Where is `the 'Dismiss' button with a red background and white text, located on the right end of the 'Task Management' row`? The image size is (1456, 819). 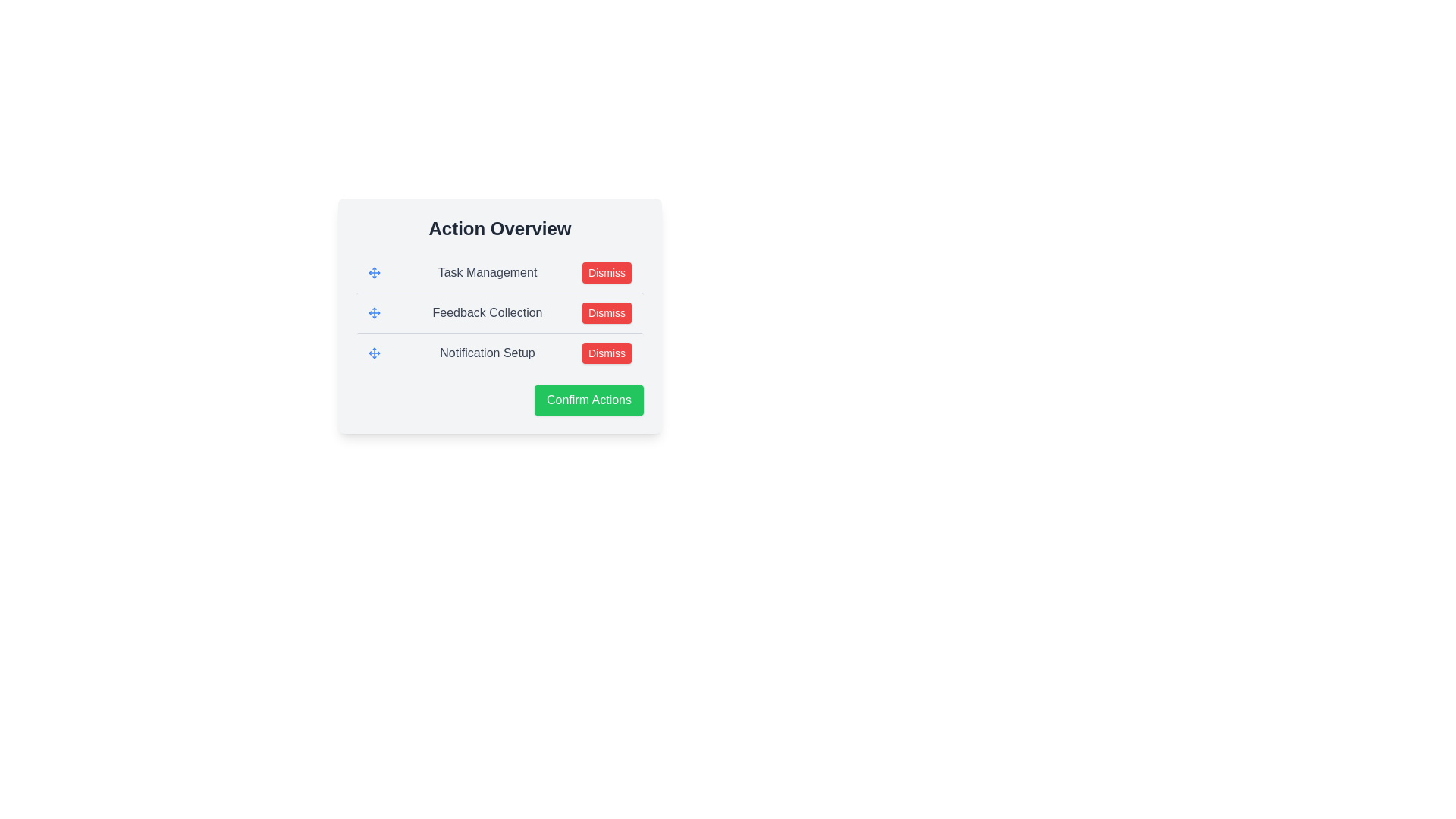
the 'Dismiss' button with a red background and white text, located on the right end of the 'Task Management' row is located at coordinates (607, 271).